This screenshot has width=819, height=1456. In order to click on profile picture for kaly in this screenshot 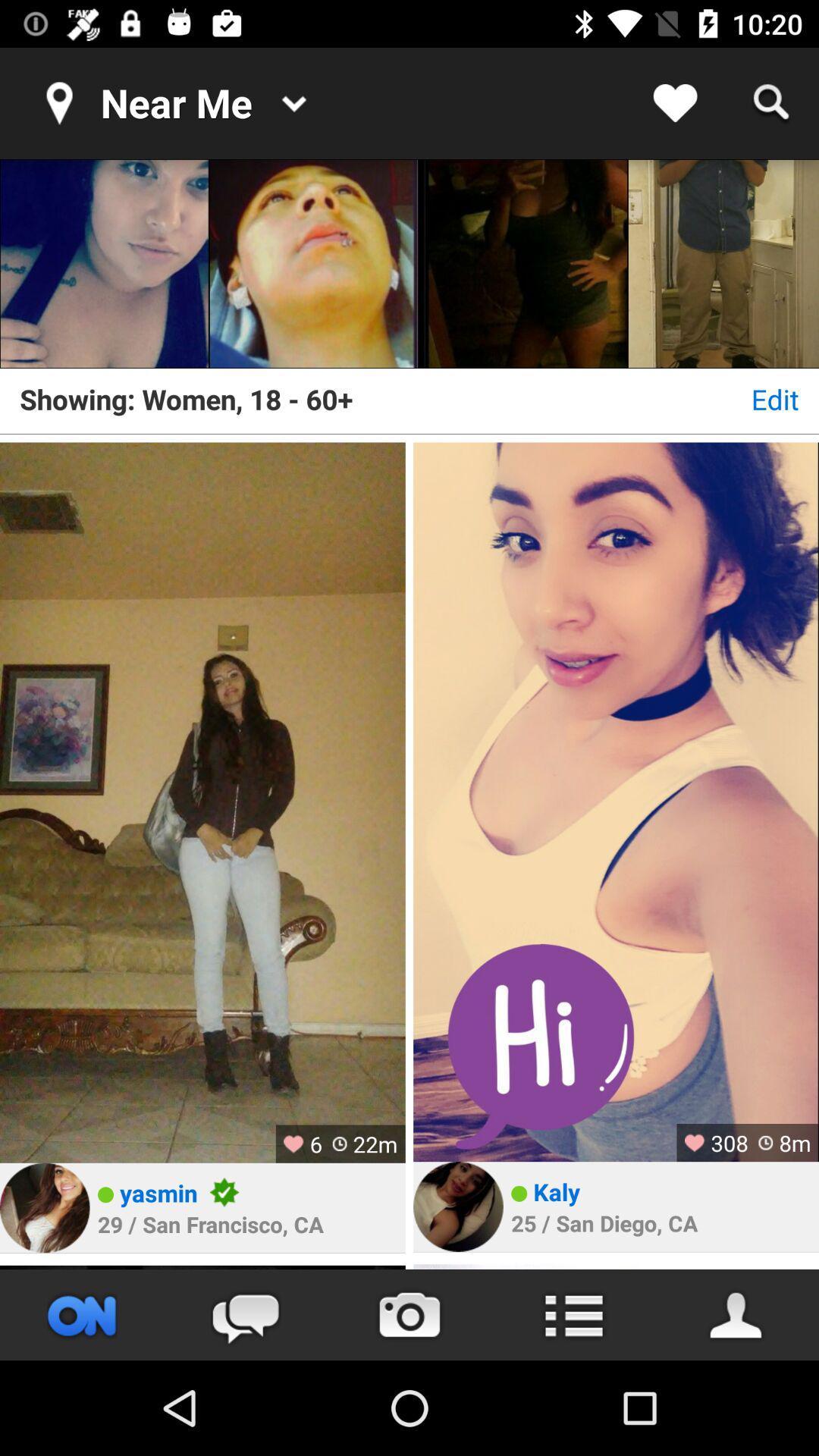, I will do `click(457, 1206)`.